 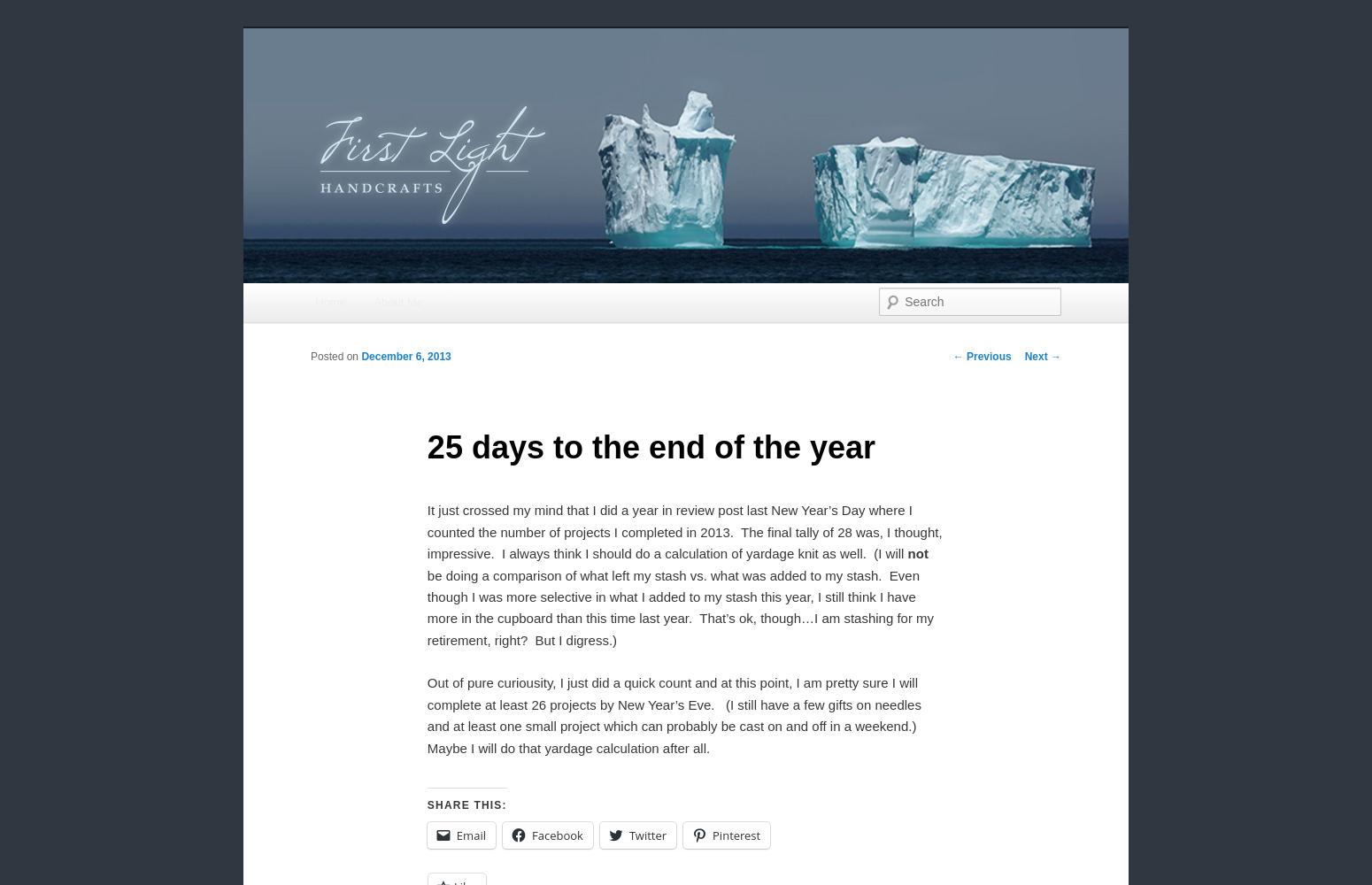 I want to click on 'Pinterest', so click(x=736, y=835).